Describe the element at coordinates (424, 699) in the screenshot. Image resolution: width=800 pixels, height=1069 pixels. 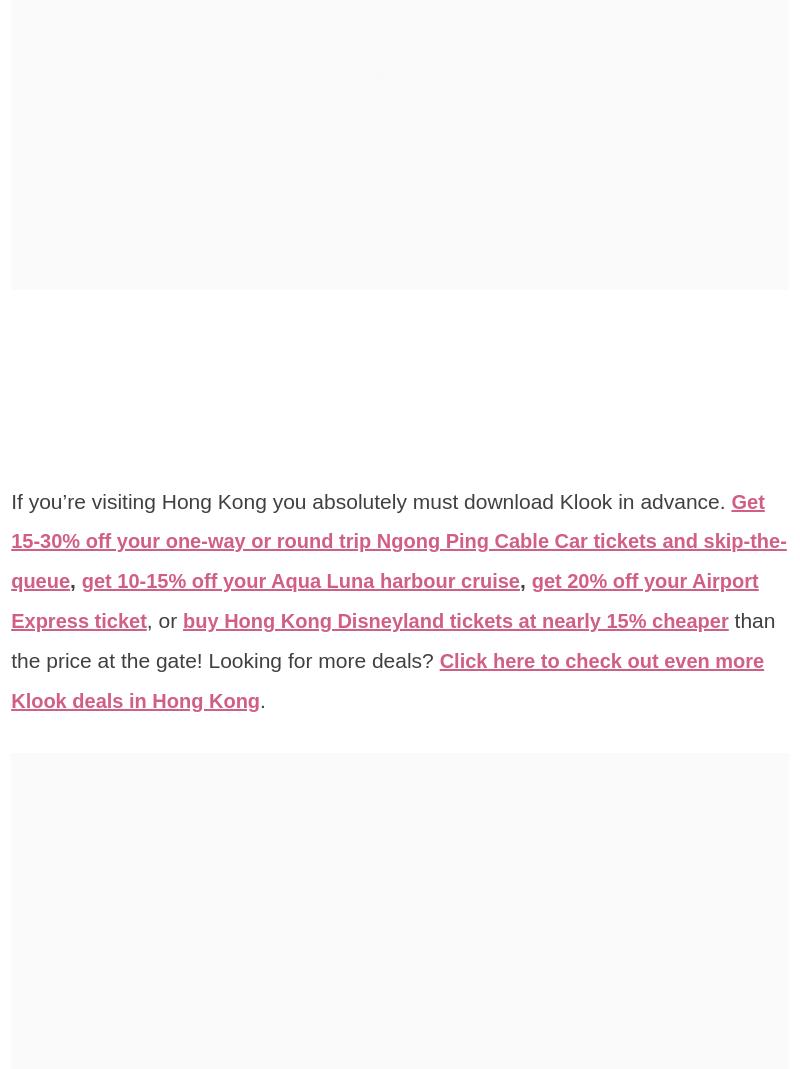
I see `'.'` at that location.